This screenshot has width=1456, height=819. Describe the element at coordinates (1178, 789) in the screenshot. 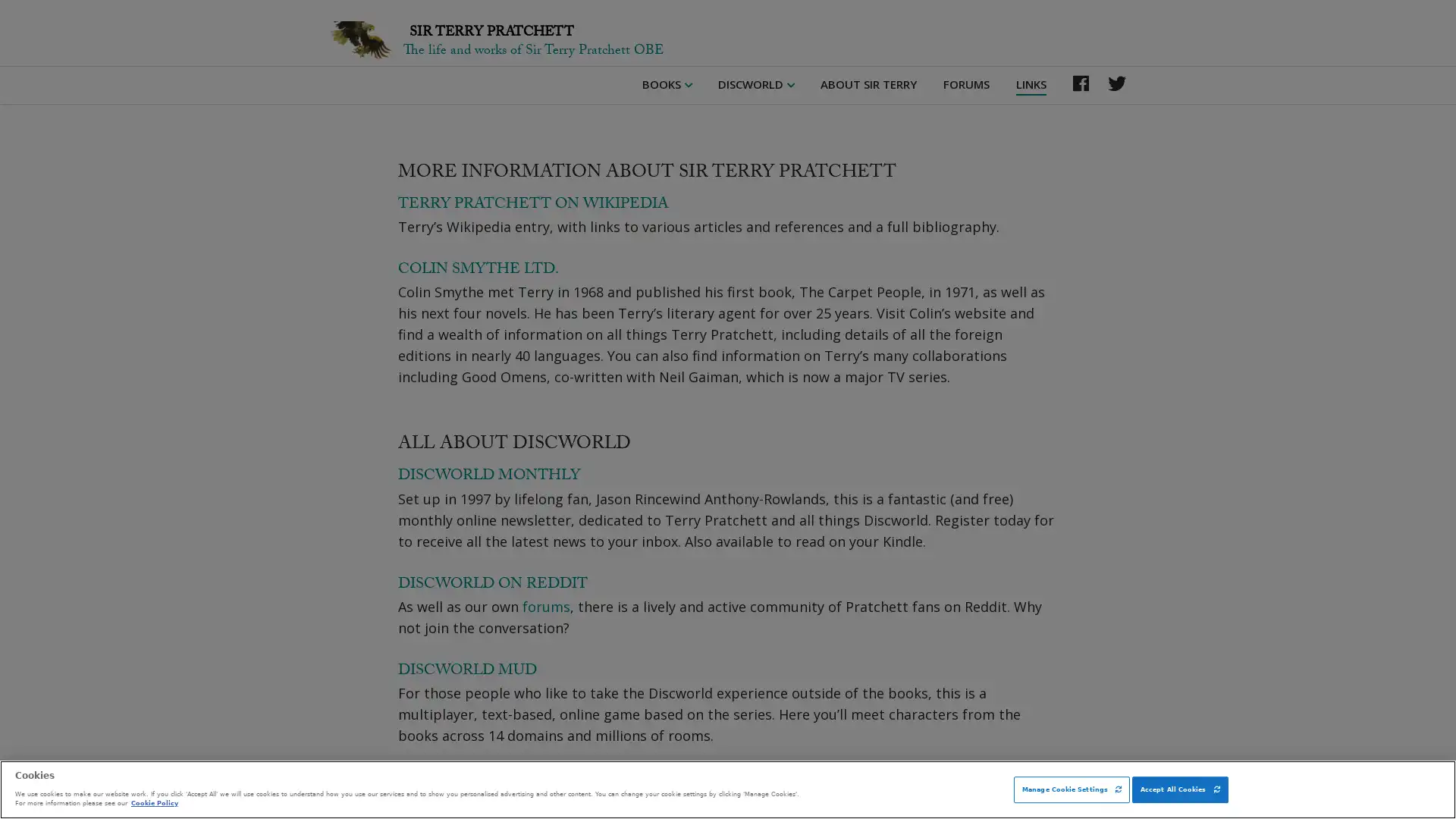

I see `Accept All Cookies` at that location.